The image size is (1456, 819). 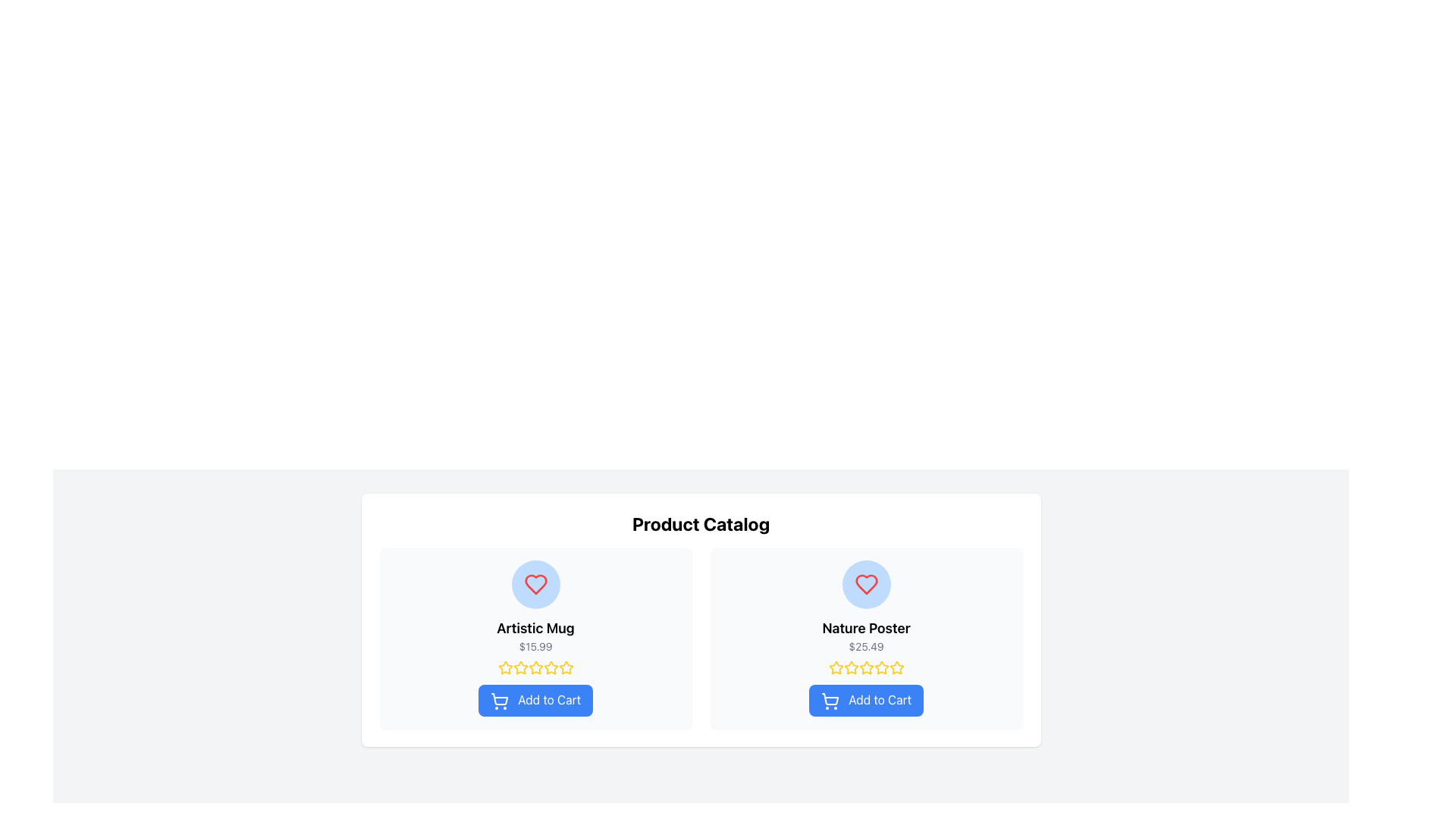 What do you see at coordinates (535, 667) in the screenshot?
I see `the third rating star icon representing a rating level of '3' for the product 'Artistic Mug'` at bounding box center [535, 667].